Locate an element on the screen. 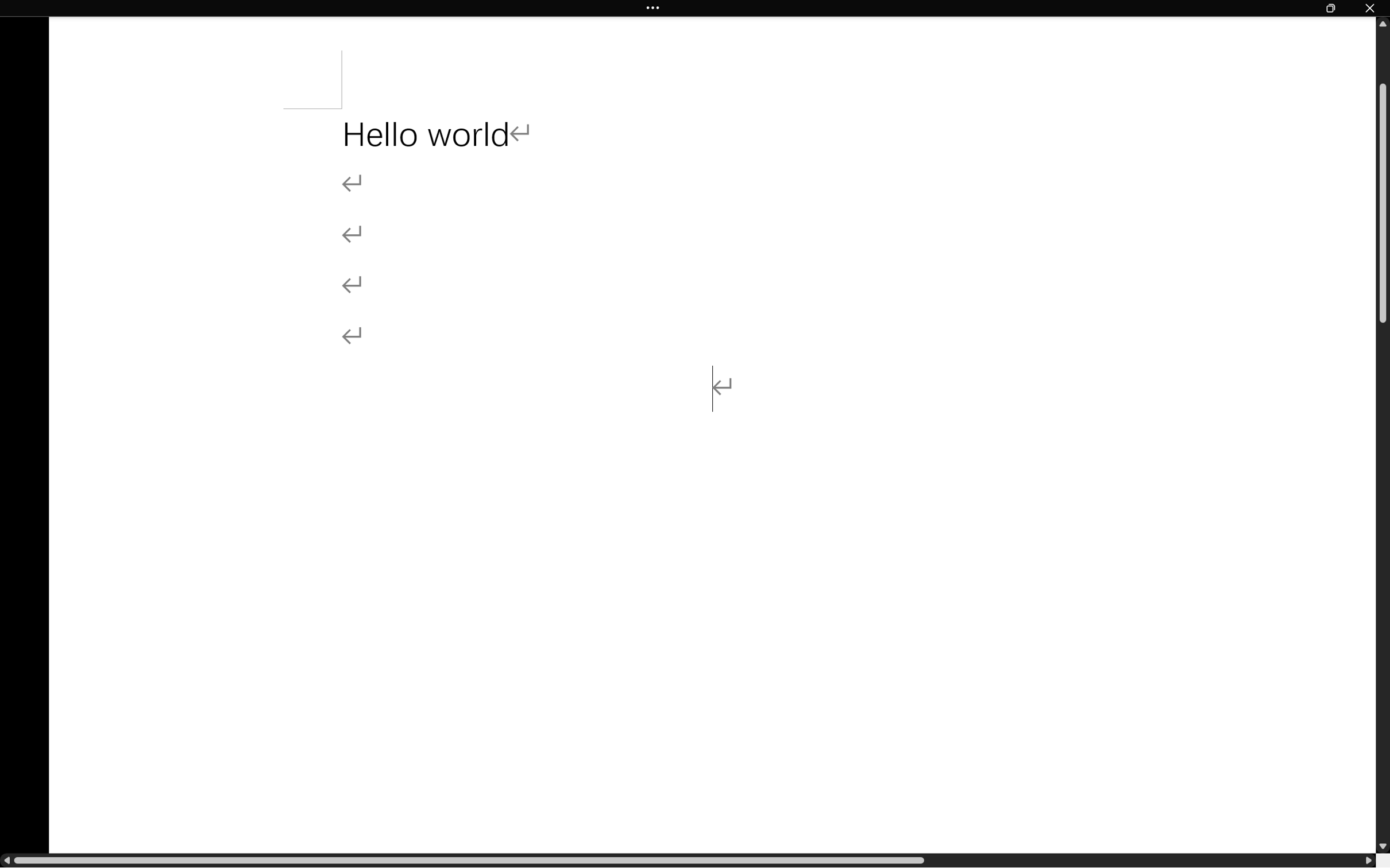 Image resolution: width=1390 pixels, height=868 pixels. 'Restore Down' is located at coordinates (1331, 7).